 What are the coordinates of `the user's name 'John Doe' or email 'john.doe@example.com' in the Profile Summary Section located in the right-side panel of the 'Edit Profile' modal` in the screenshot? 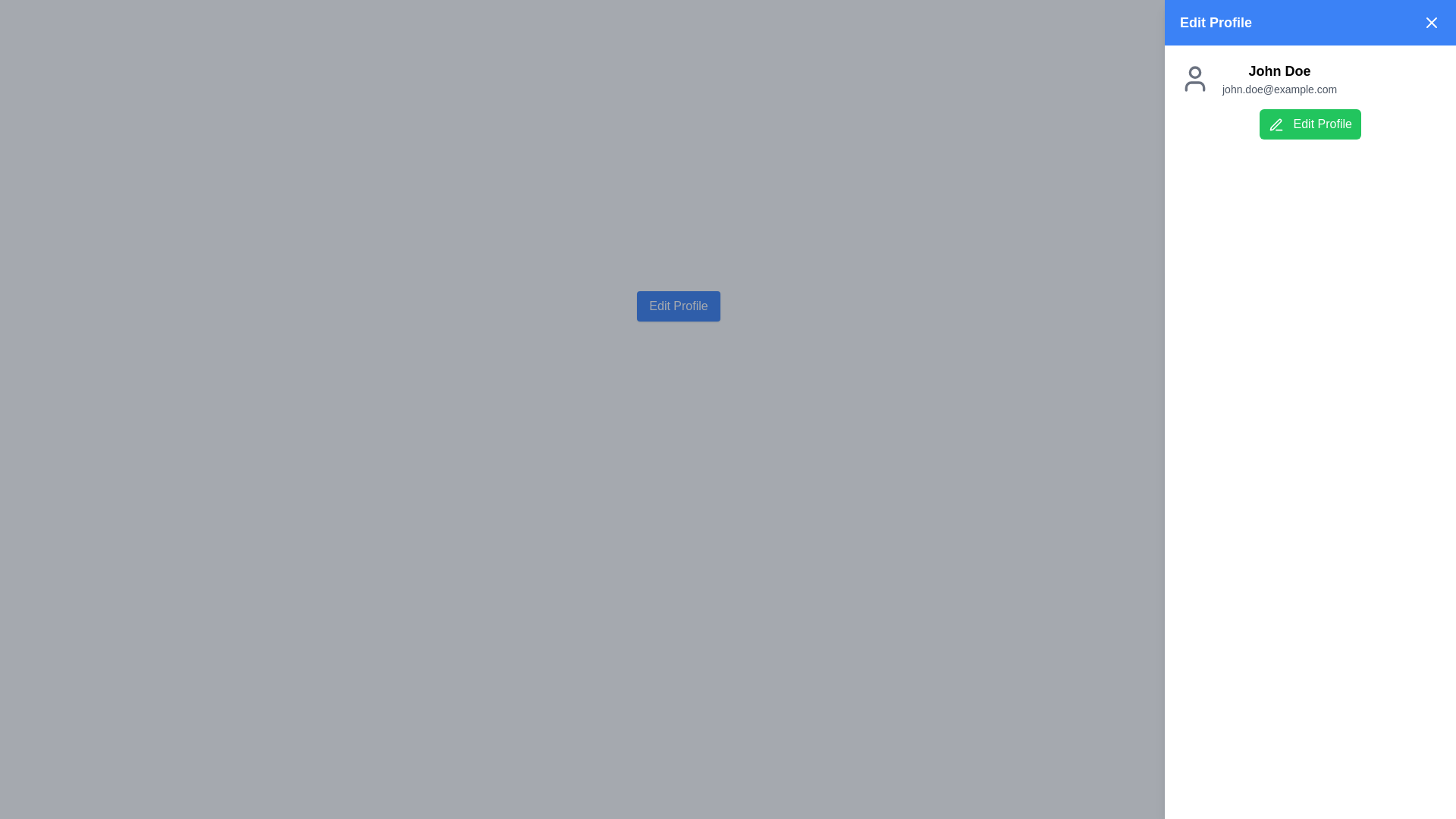 It's located at (1310, 99).